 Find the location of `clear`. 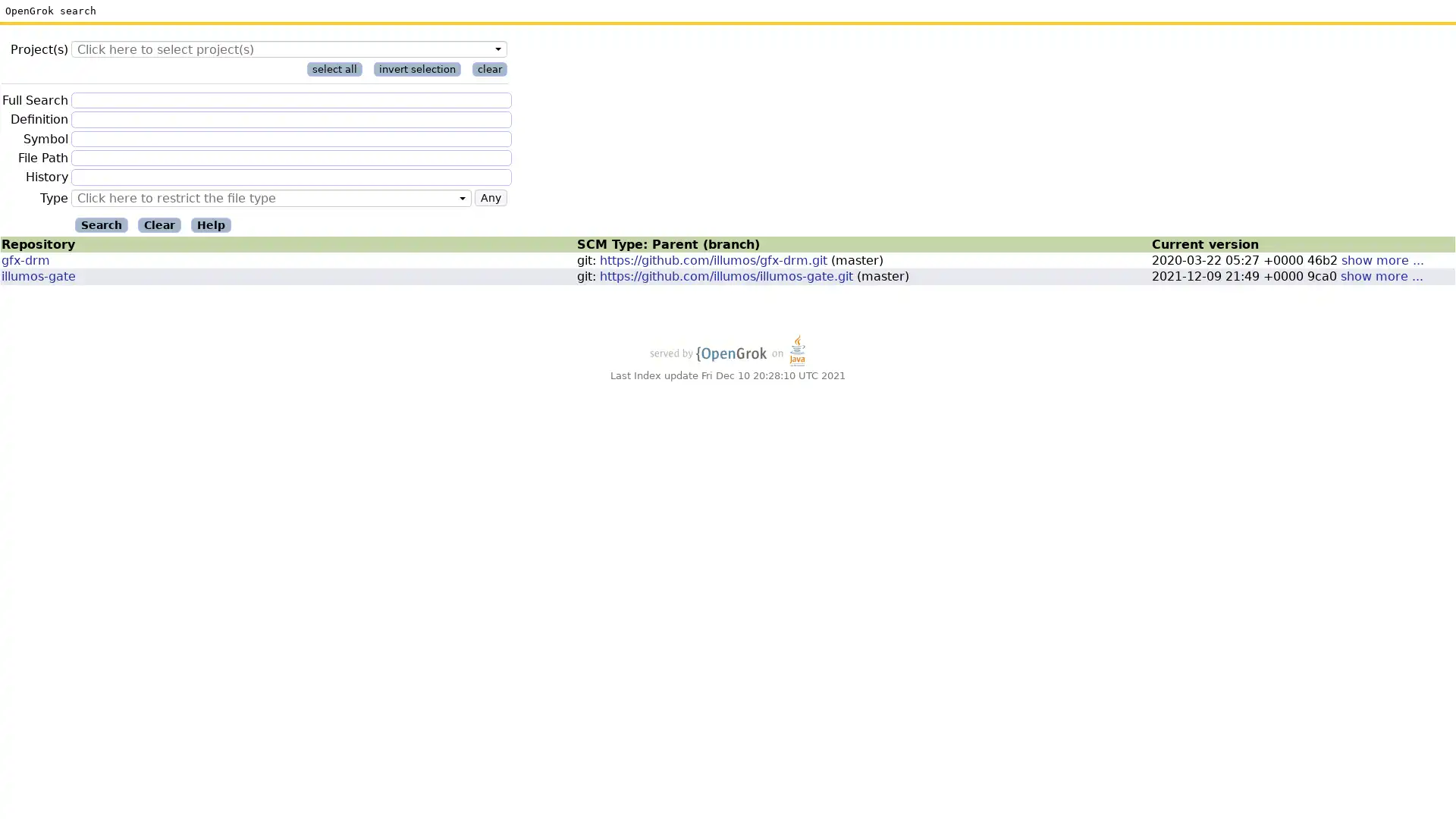

clear is located at coordinates (490, 69).